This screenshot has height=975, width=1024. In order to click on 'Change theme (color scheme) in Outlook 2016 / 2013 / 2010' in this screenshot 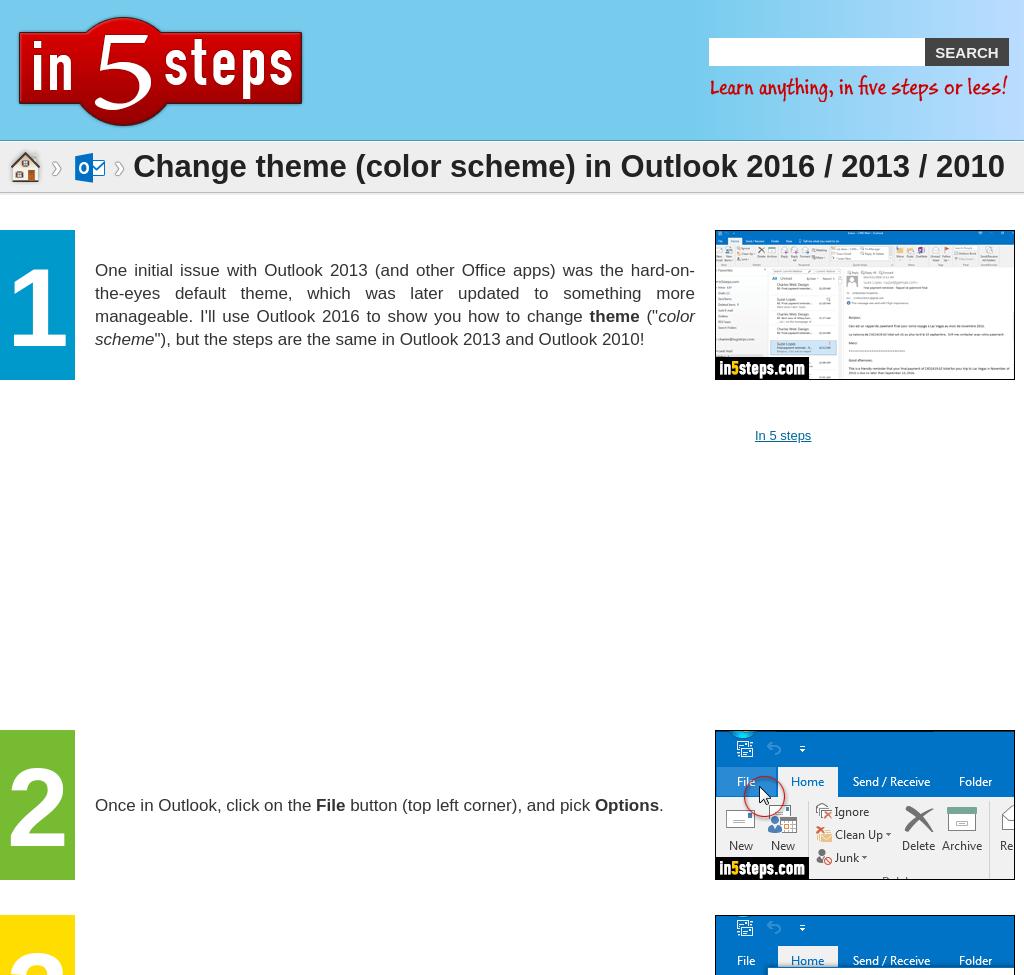, I will do `click(567, 165)`.